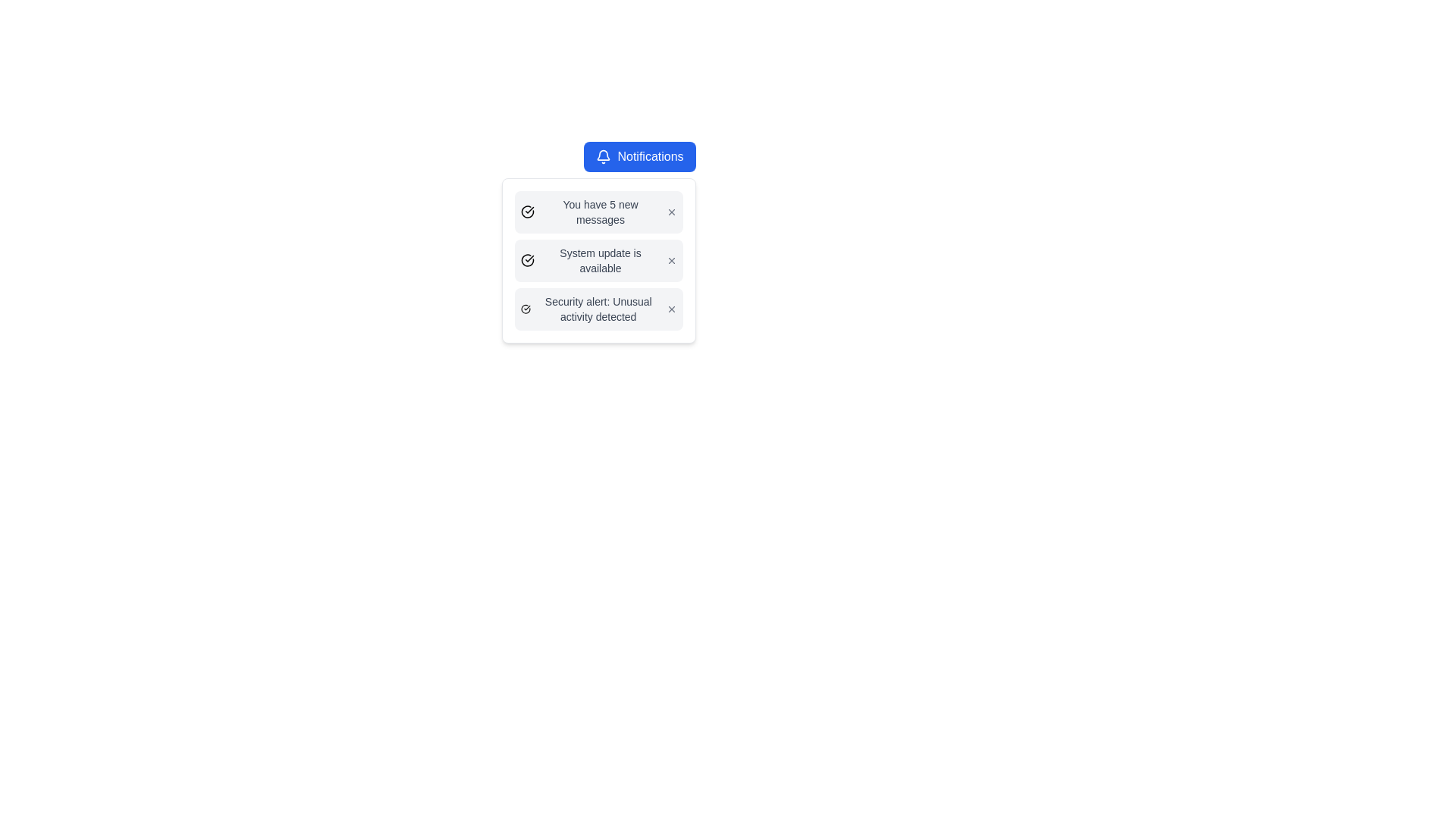  I want to click on the second notification item for system update, which includes a dismiss option, so click(598, 259).